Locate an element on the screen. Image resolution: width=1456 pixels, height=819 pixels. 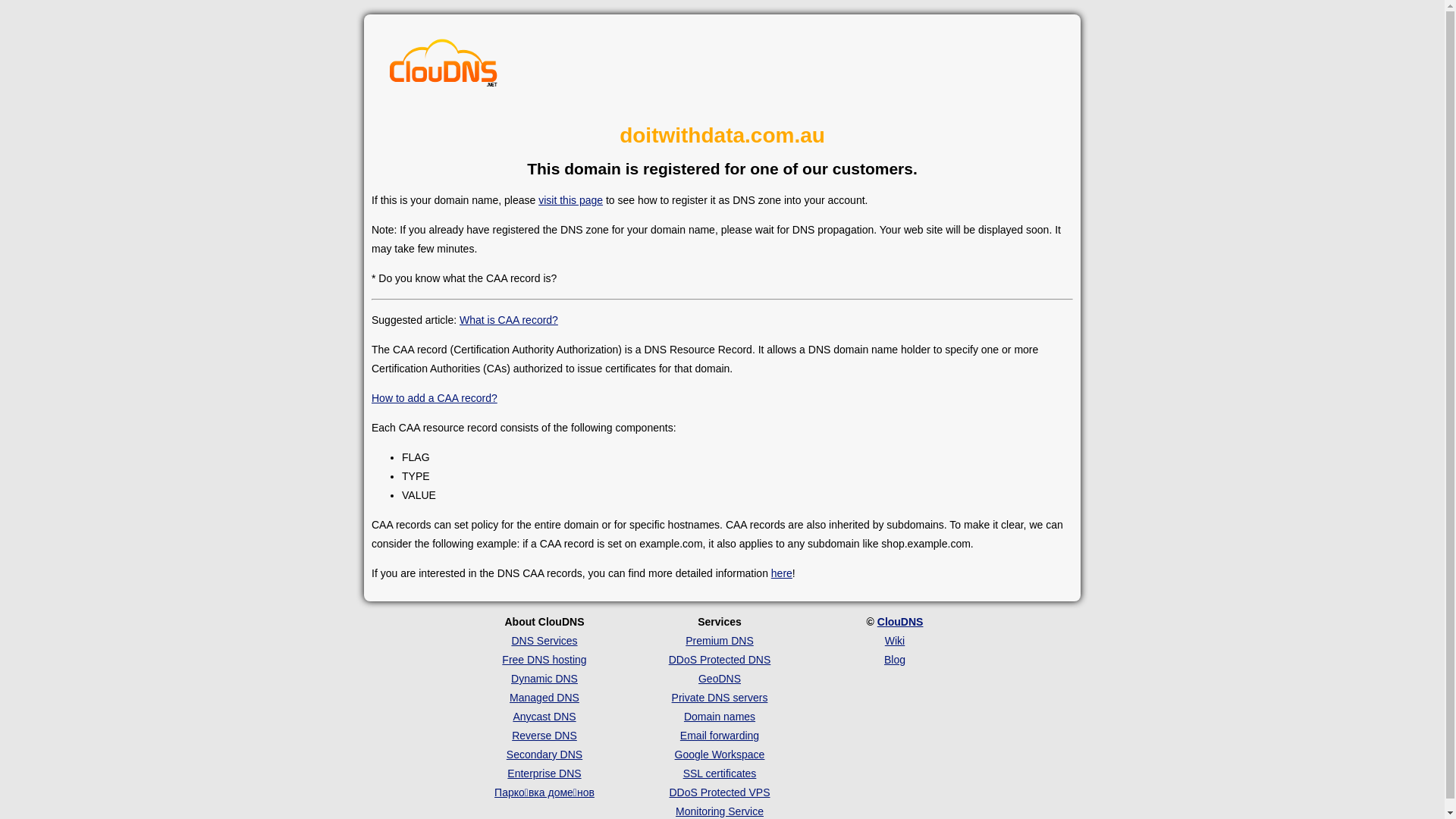
'GeoDNS' is located at coordinates (719, 677).